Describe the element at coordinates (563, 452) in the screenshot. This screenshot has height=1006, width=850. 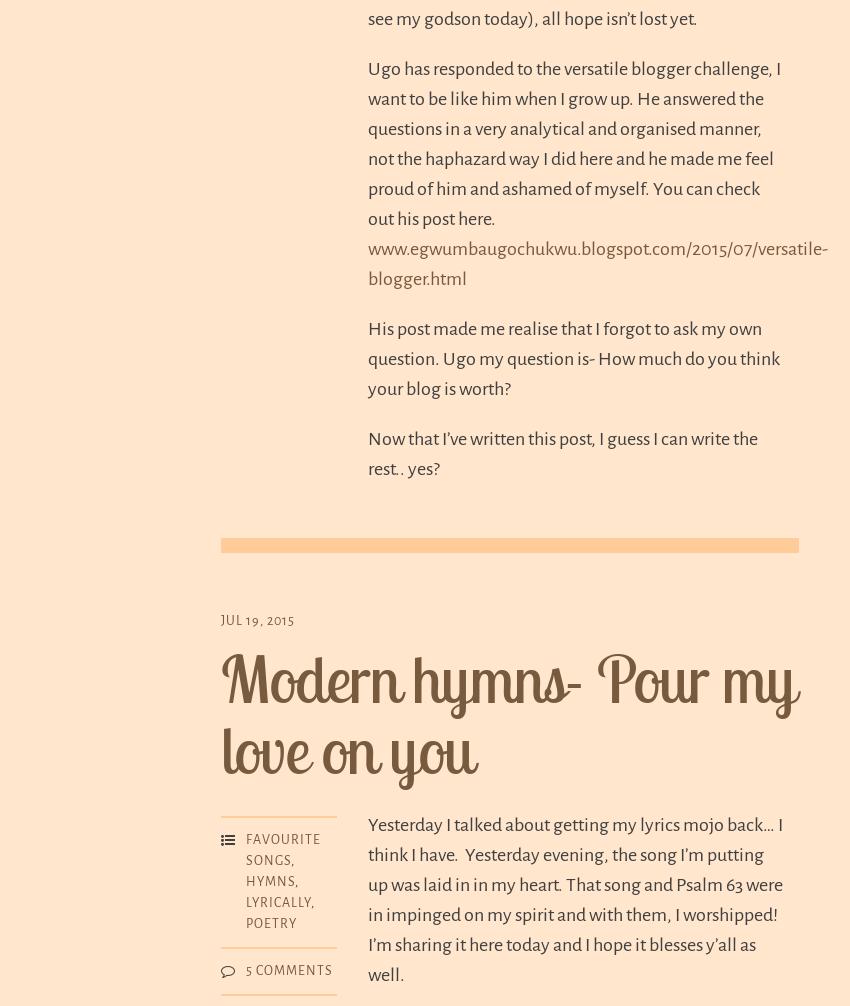
I see `'Now that I’ve written this post, I guess I can write the rest.. yes?'` at that location.